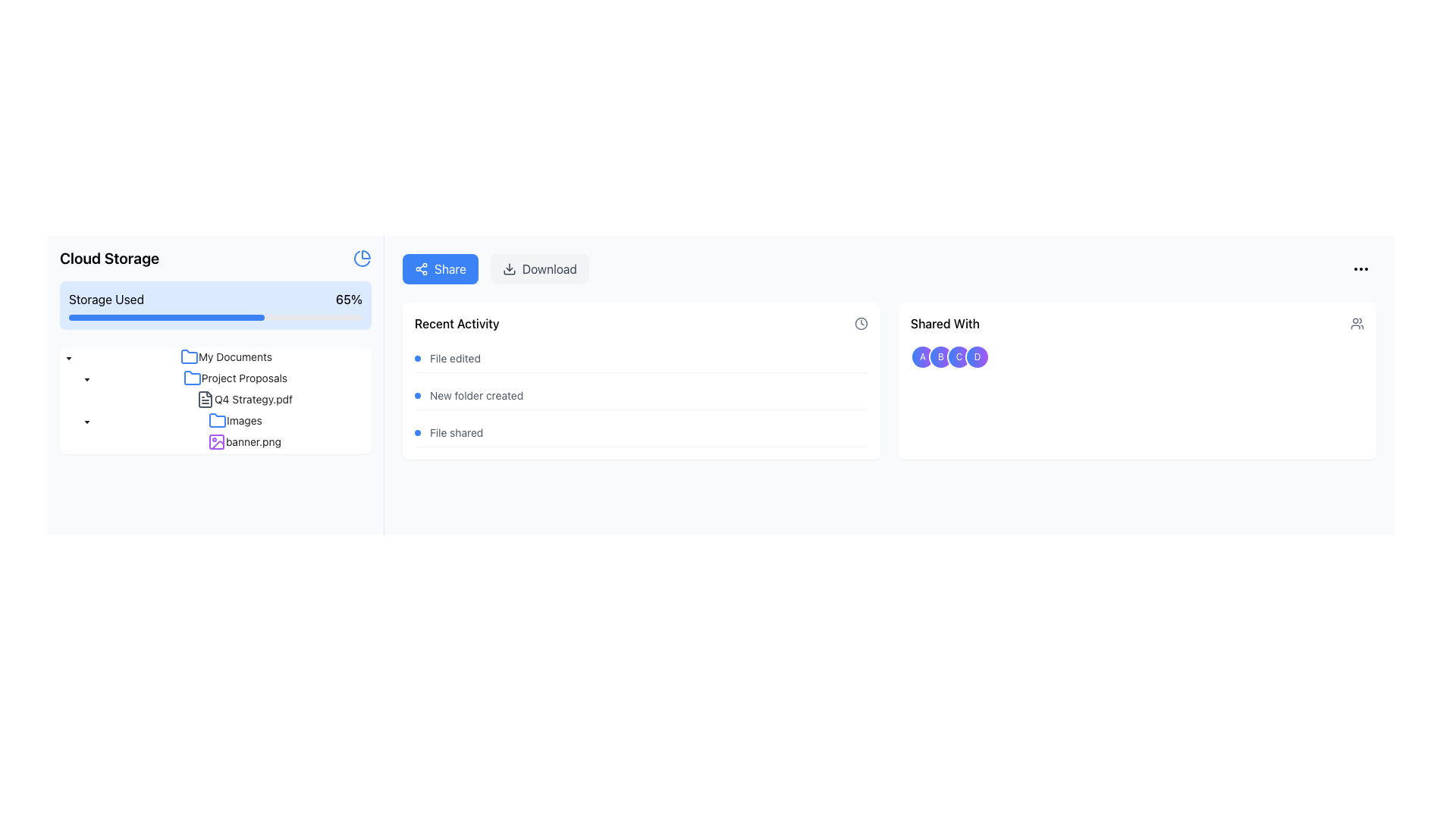 The width and height of the screenshot is (1456, 819). I want to click on the progress bar indicating used storage space in the Cloud Storage section, located below the 'Storage Used' label, so click(167, 317).